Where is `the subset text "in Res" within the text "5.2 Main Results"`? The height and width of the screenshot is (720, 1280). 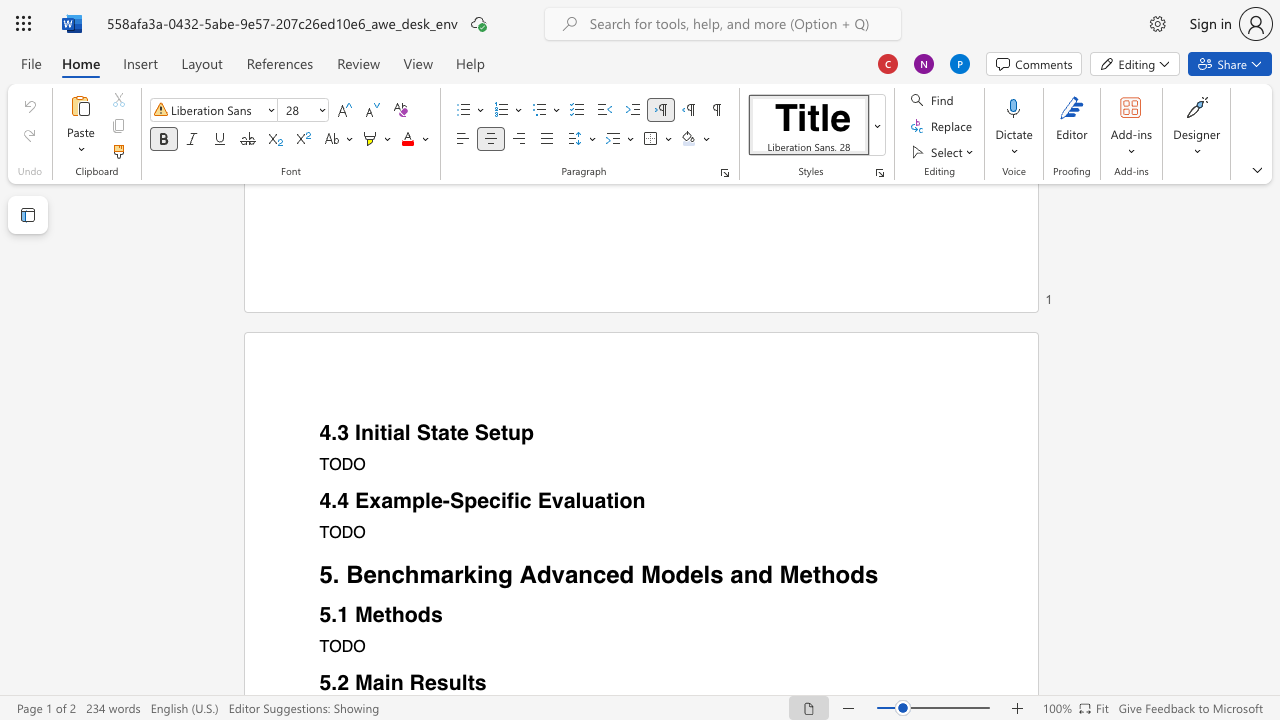 the subset text "in Res" within the text "5.2 Main Results" is located at coordinates (384, 682).